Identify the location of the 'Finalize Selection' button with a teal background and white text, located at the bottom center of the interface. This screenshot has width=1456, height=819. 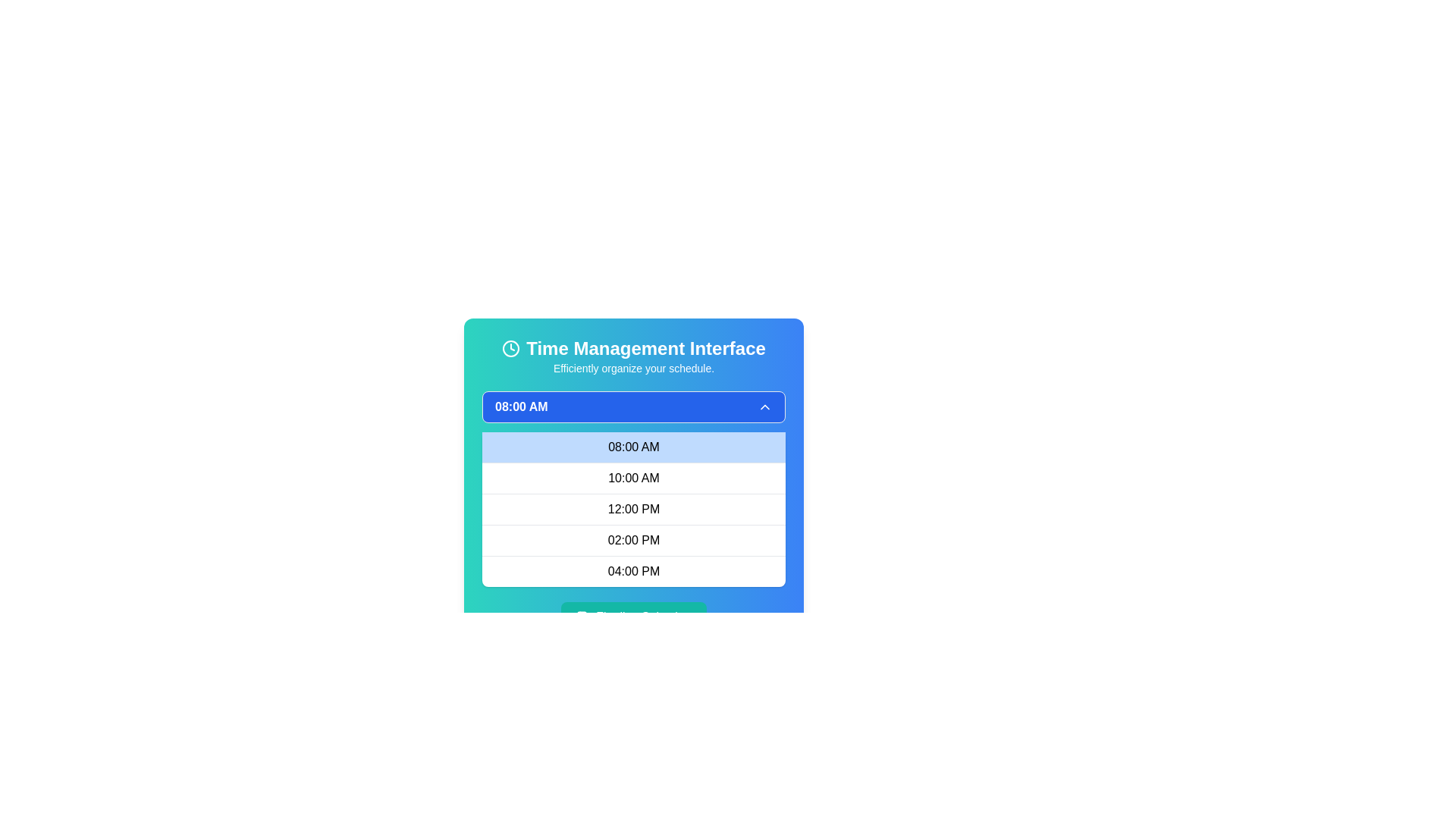
(633, 617).